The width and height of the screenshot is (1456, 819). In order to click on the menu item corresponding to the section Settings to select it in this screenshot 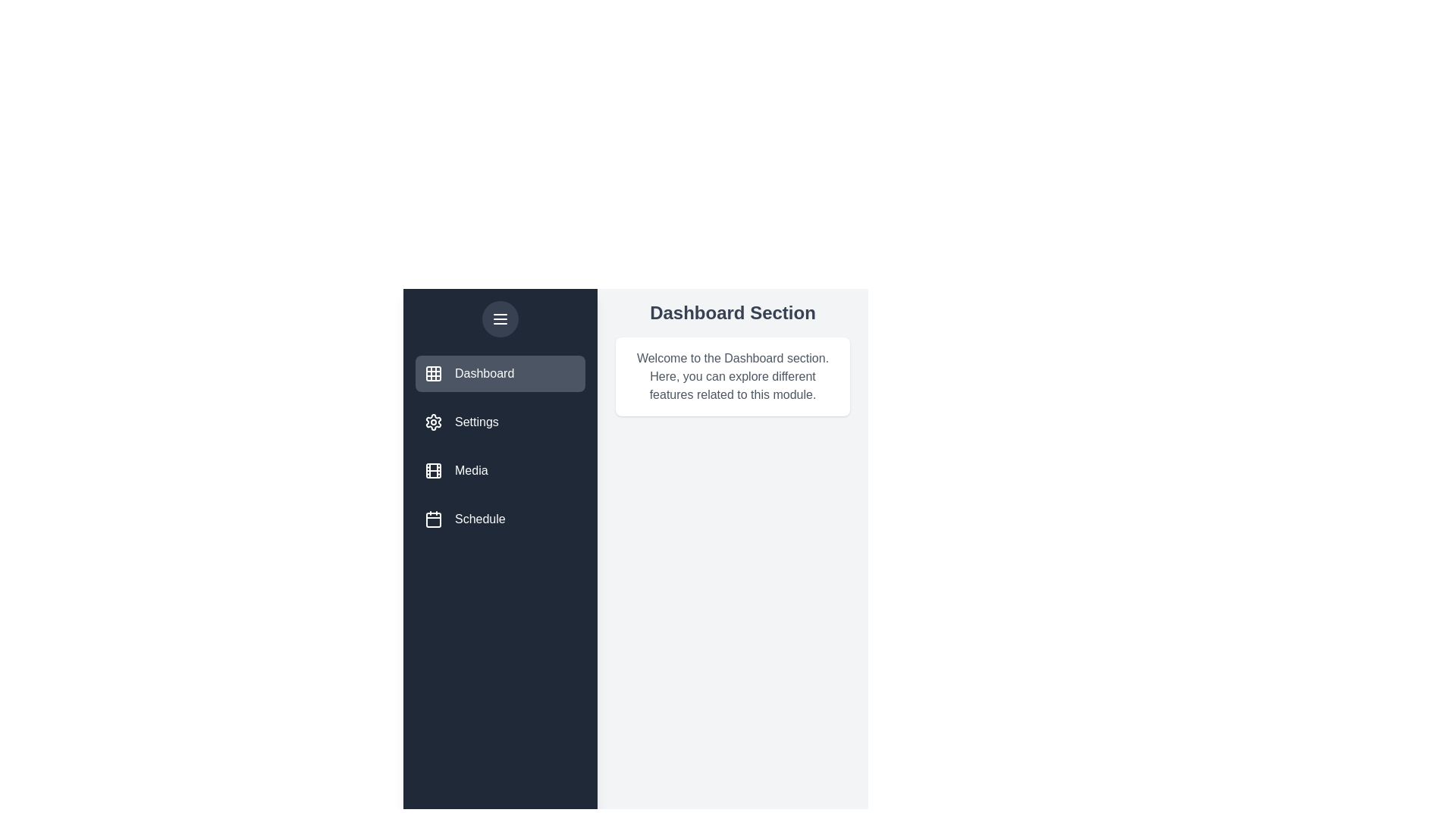, I will do `click(500, 422)`.